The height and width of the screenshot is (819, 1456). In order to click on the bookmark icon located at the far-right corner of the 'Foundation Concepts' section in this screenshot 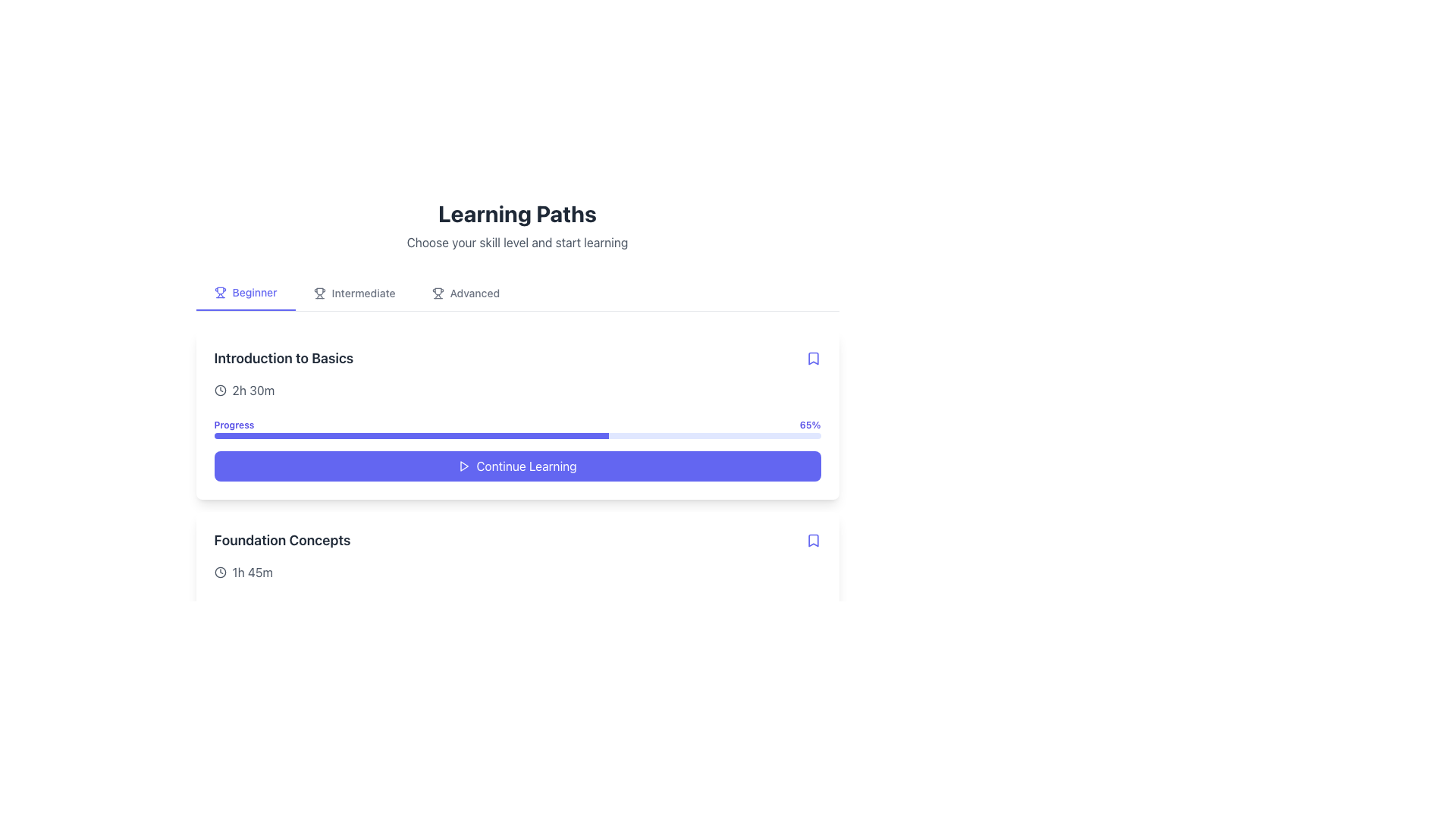, I will do `click(812, 540)`.